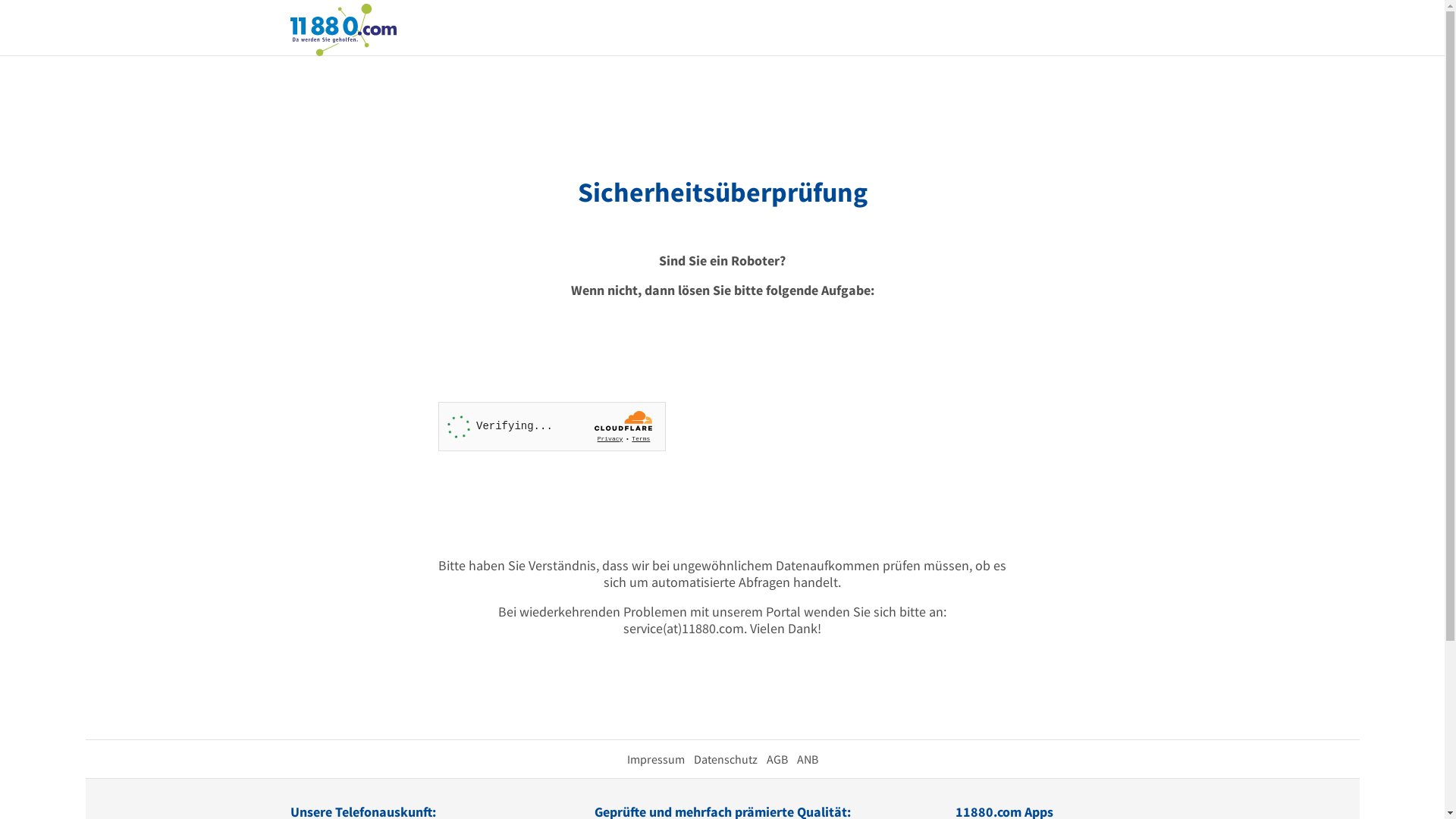  Describe the element at coordinates (806, 759) in the screenshot. I see `'ANB'` at that location.